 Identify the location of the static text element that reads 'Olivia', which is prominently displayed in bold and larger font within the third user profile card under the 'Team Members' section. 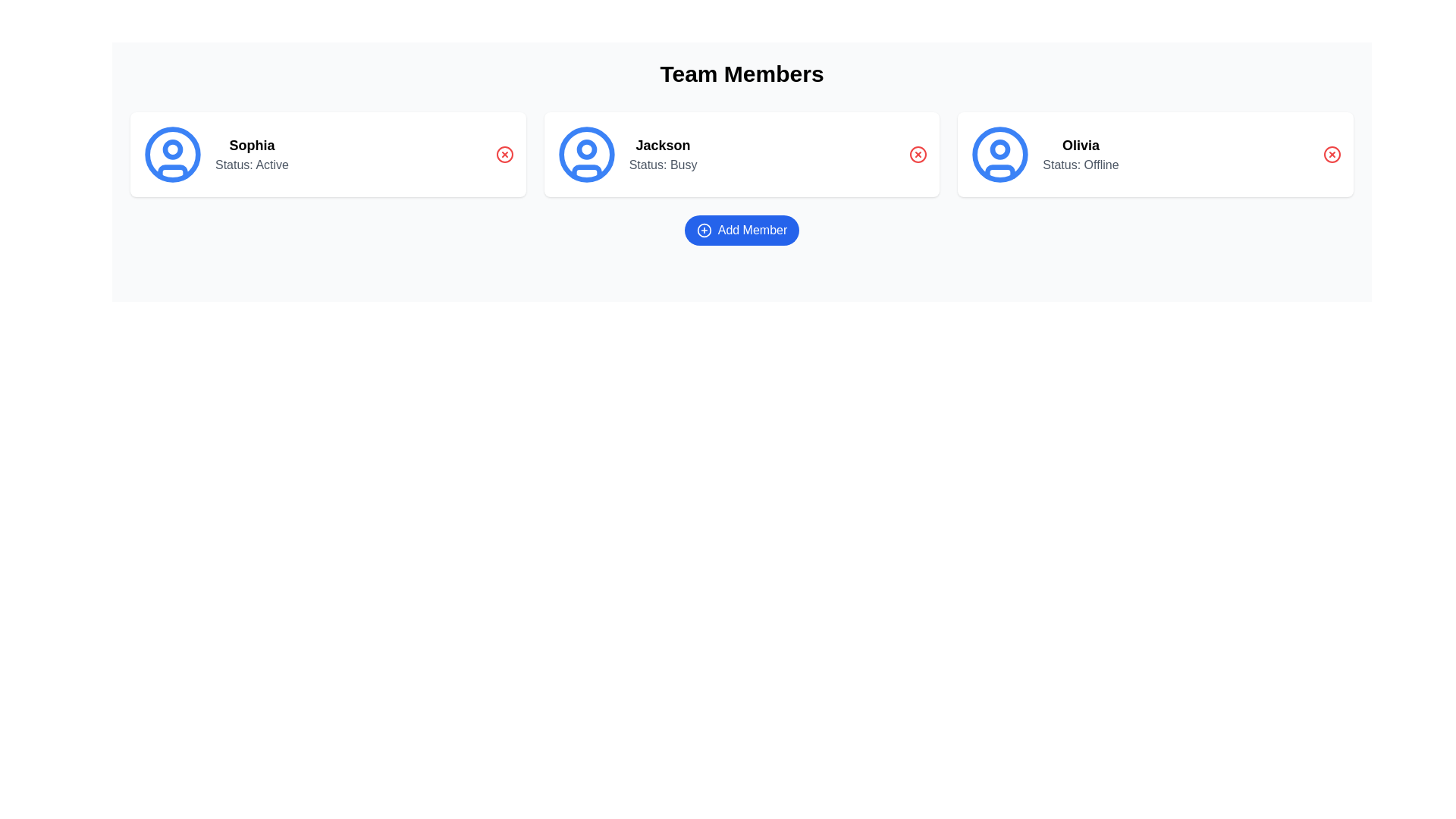
(1080, 146).